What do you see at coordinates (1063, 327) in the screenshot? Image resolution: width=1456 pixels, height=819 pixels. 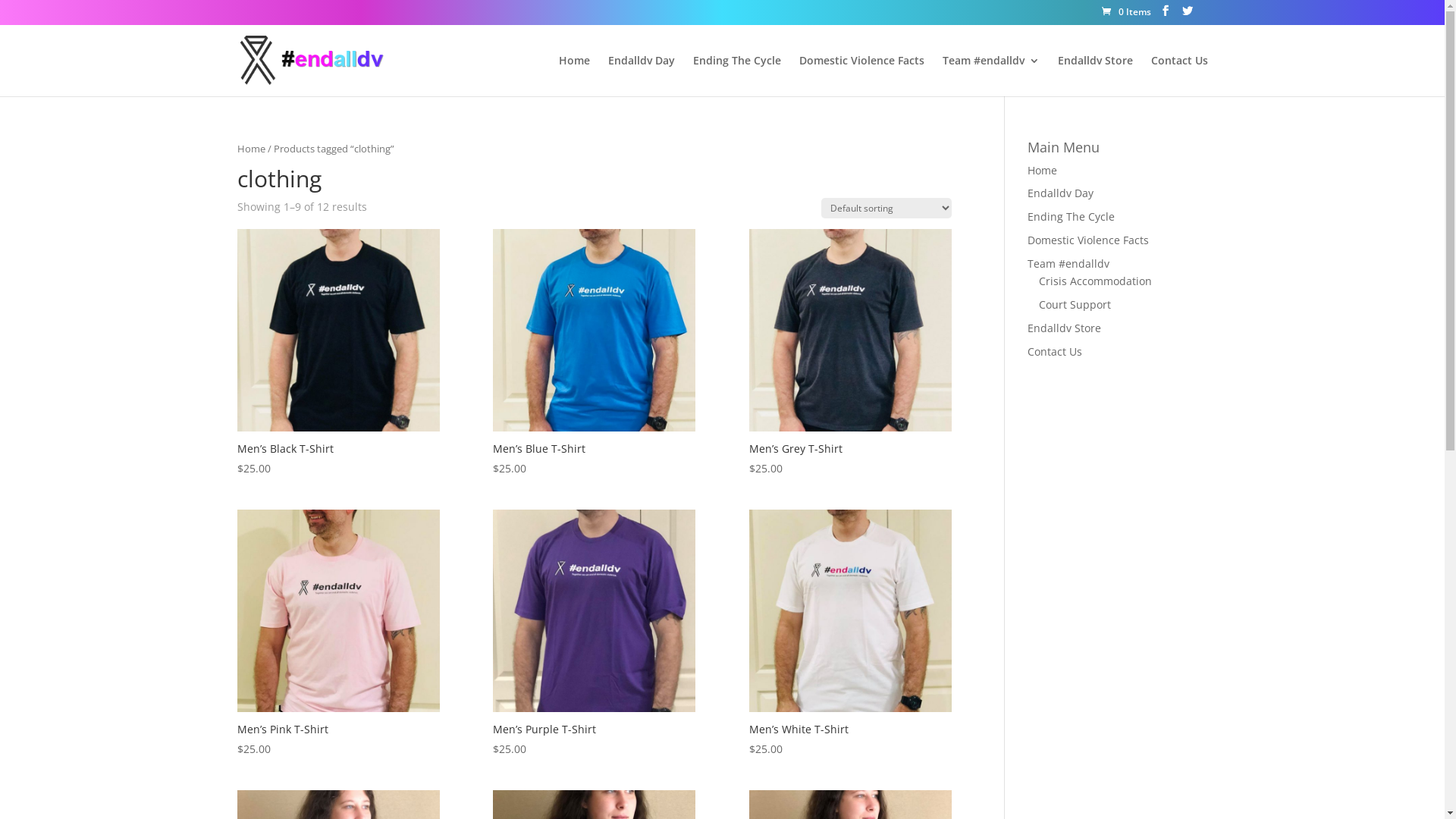 I see `'Endalldv Store'` at bounding box center [1063, 327].